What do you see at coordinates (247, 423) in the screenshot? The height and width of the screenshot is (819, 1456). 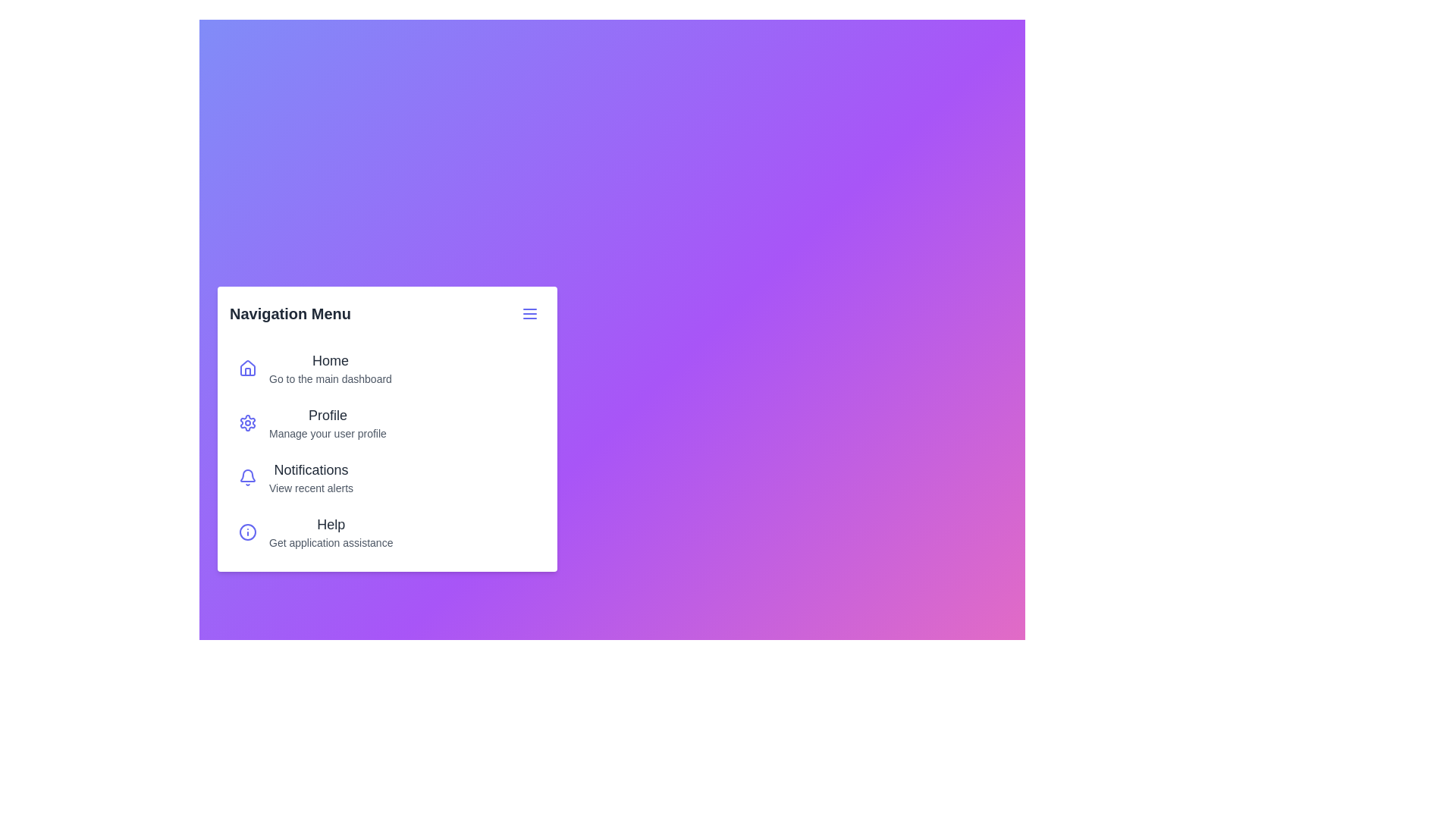 I see `the menu item labeled 'Profile' to highlight it` at bounding box center [247, 423].